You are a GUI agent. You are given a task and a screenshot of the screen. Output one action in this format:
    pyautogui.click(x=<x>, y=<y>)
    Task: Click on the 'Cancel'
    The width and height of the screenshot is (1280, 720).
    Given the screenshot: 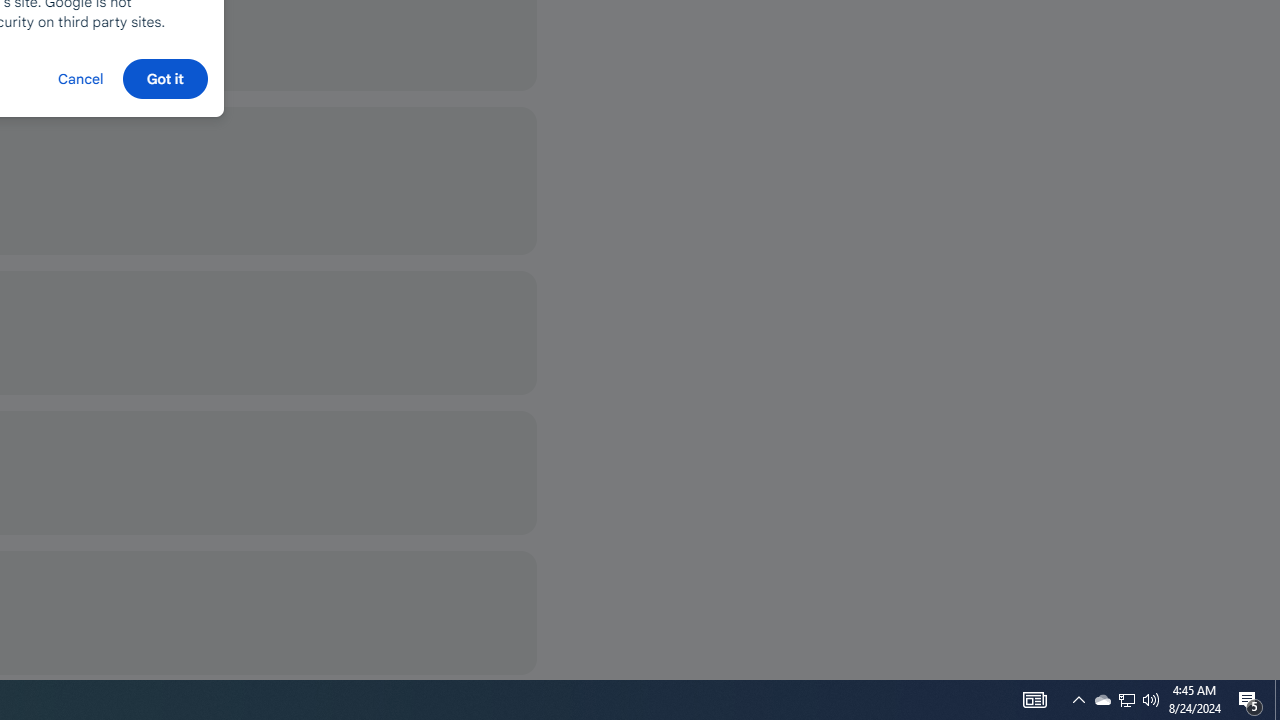 What is the action you would take?
    pyautogui.click(x=80, y=77)
    